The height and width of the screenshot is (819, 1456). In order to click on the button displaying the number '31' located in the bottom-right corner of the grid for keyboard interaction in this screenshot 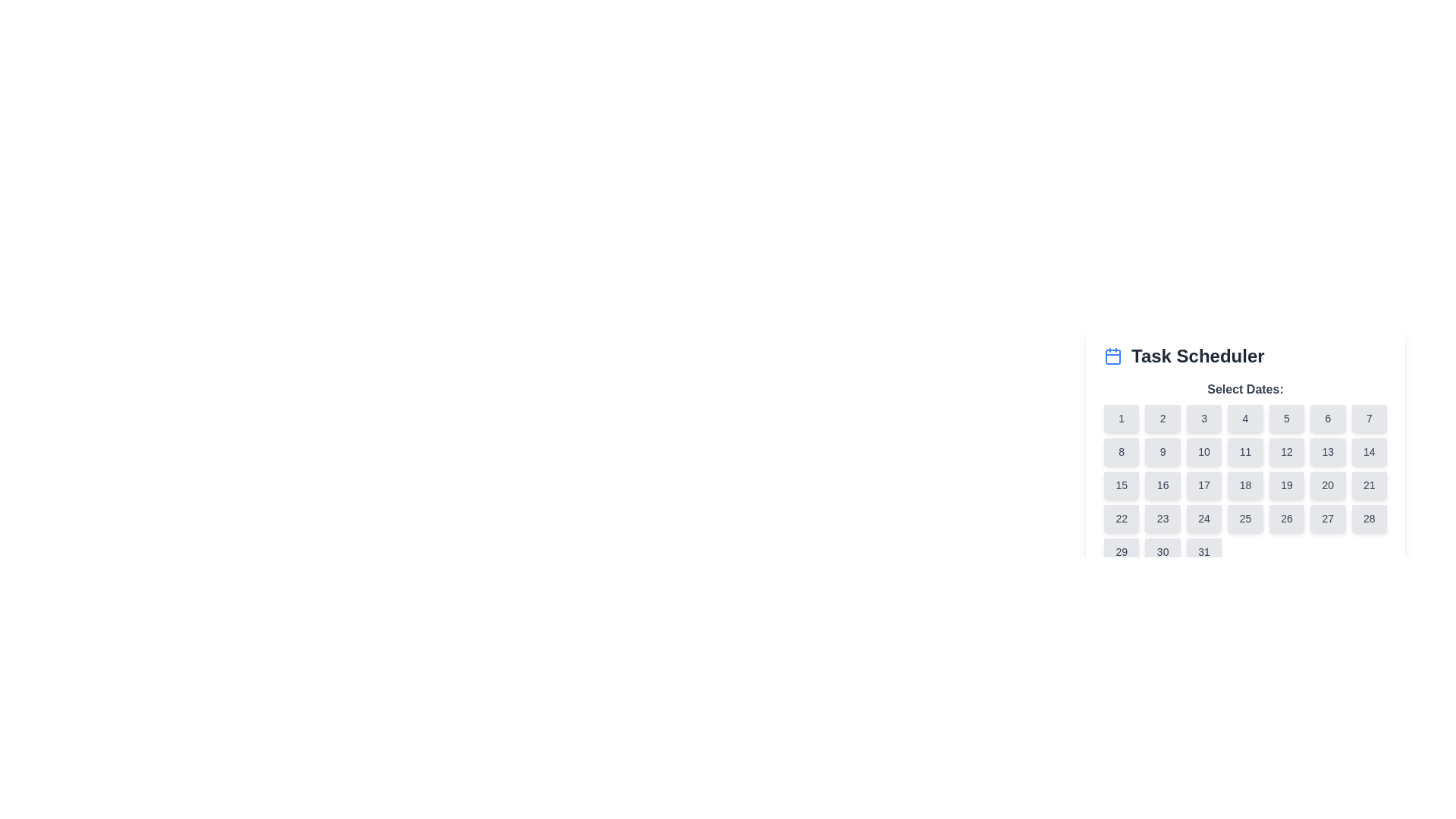, I will do `click(1203, 552)`.